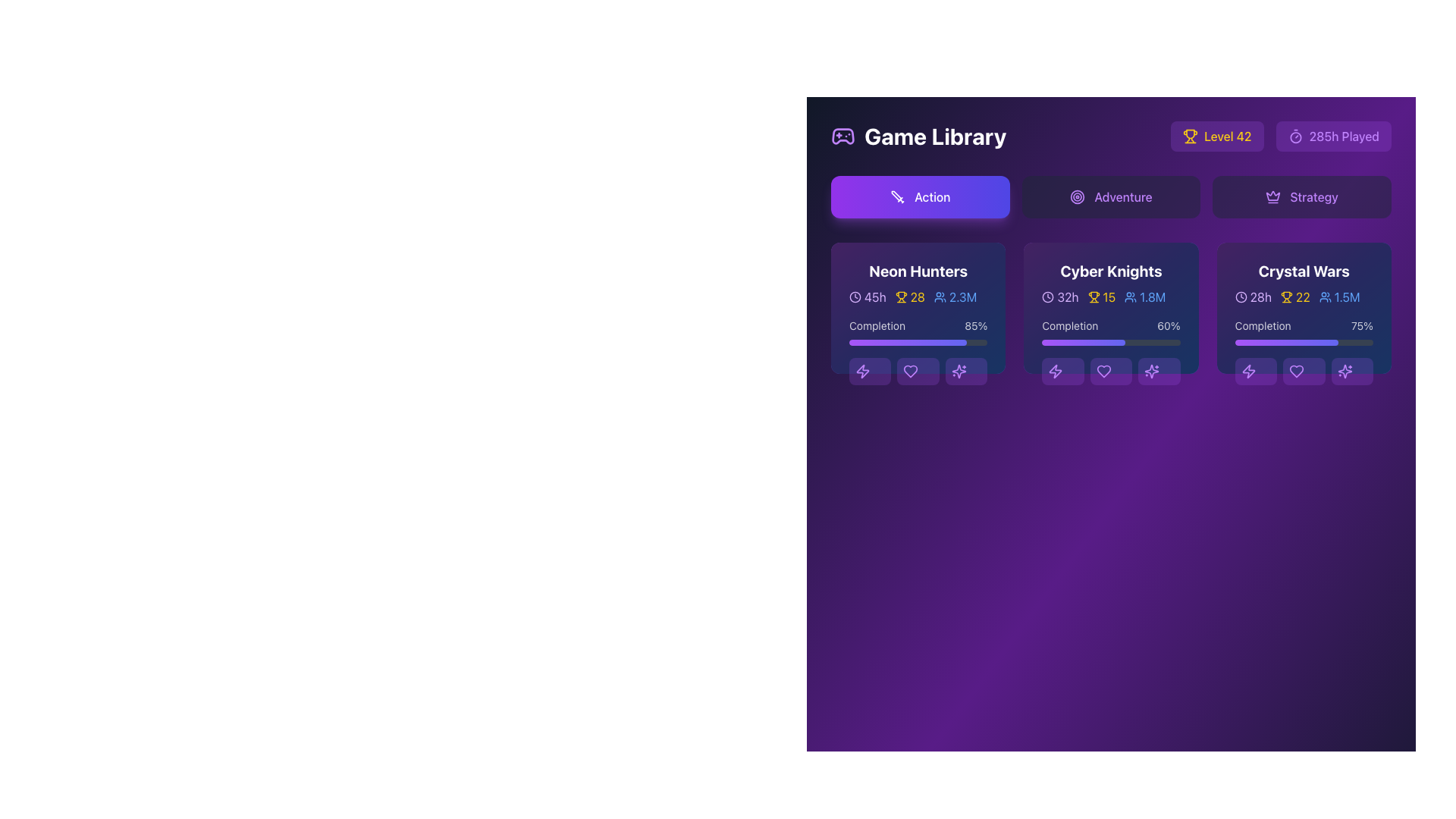  I want to click on the static text element displaying the number '28' in yellow color, located within the 'Neon Hunters' card in the 'Game Library' section, adjacent to a trophy icon, so click(917, 297).